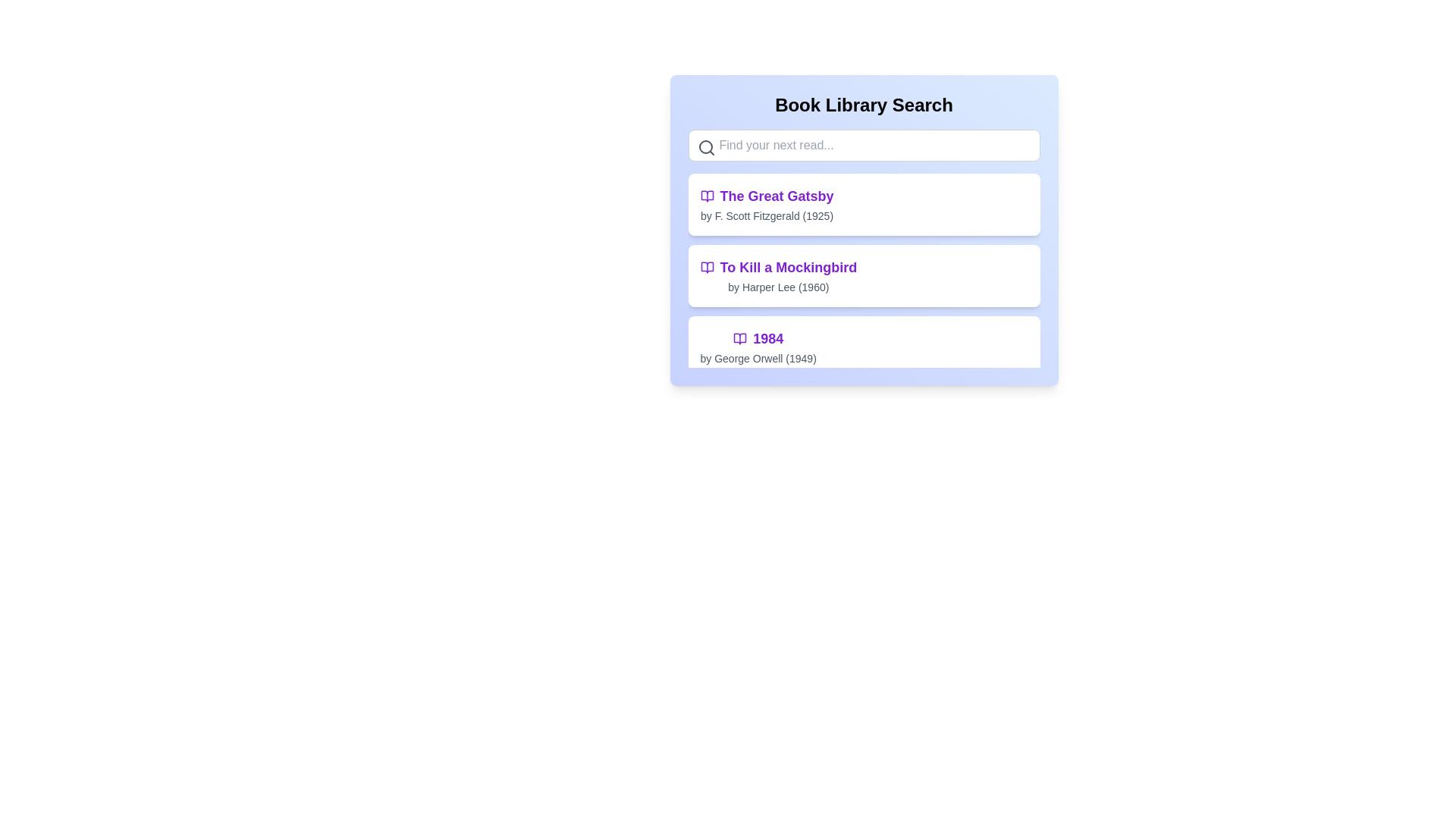  Describe the element at coordinates (758, 359) in the screenshot. I see `the text label providing additional information about the book '1984', which is located directly beneath the main title in the fourth listing of a vertical stack of items` at that location.